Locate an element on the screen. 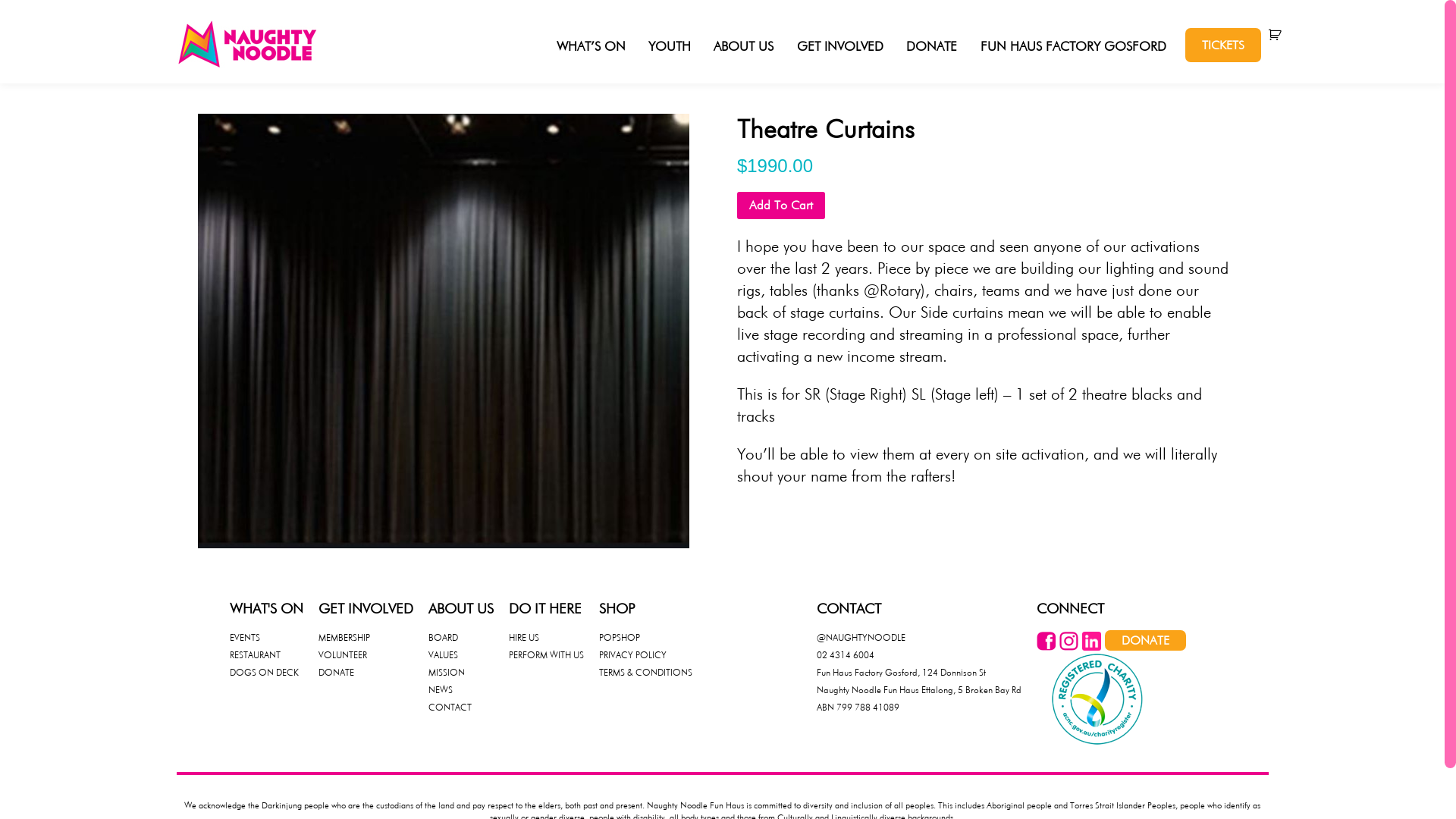 The image size is (1456, 819). 'HIRE US' is located at coordinates (523, 637).